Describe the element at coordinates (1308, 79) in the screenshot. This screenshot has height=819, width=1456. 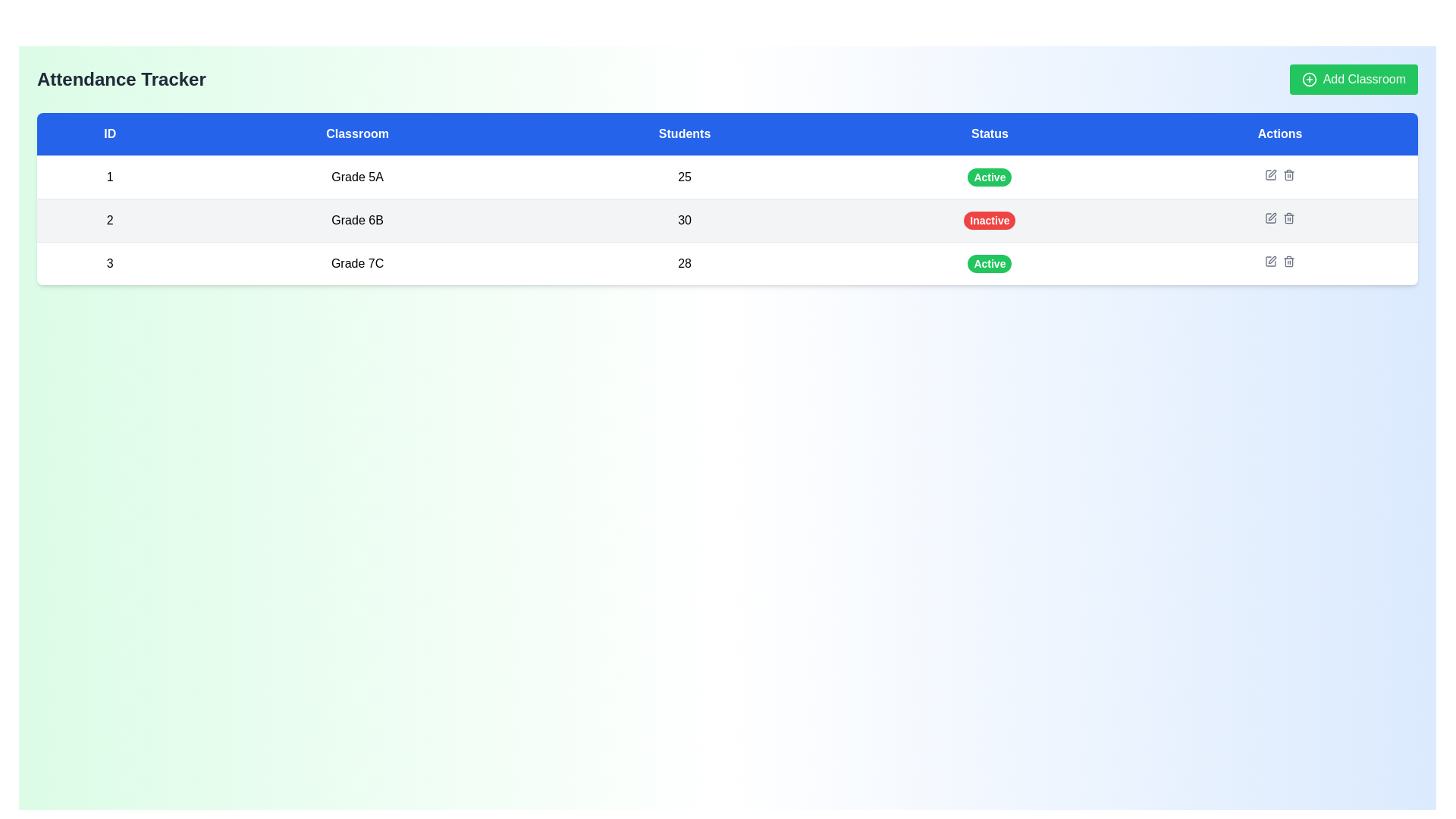
I see `the circular icon that visually complements the 'Add Classroom' button` at that location.